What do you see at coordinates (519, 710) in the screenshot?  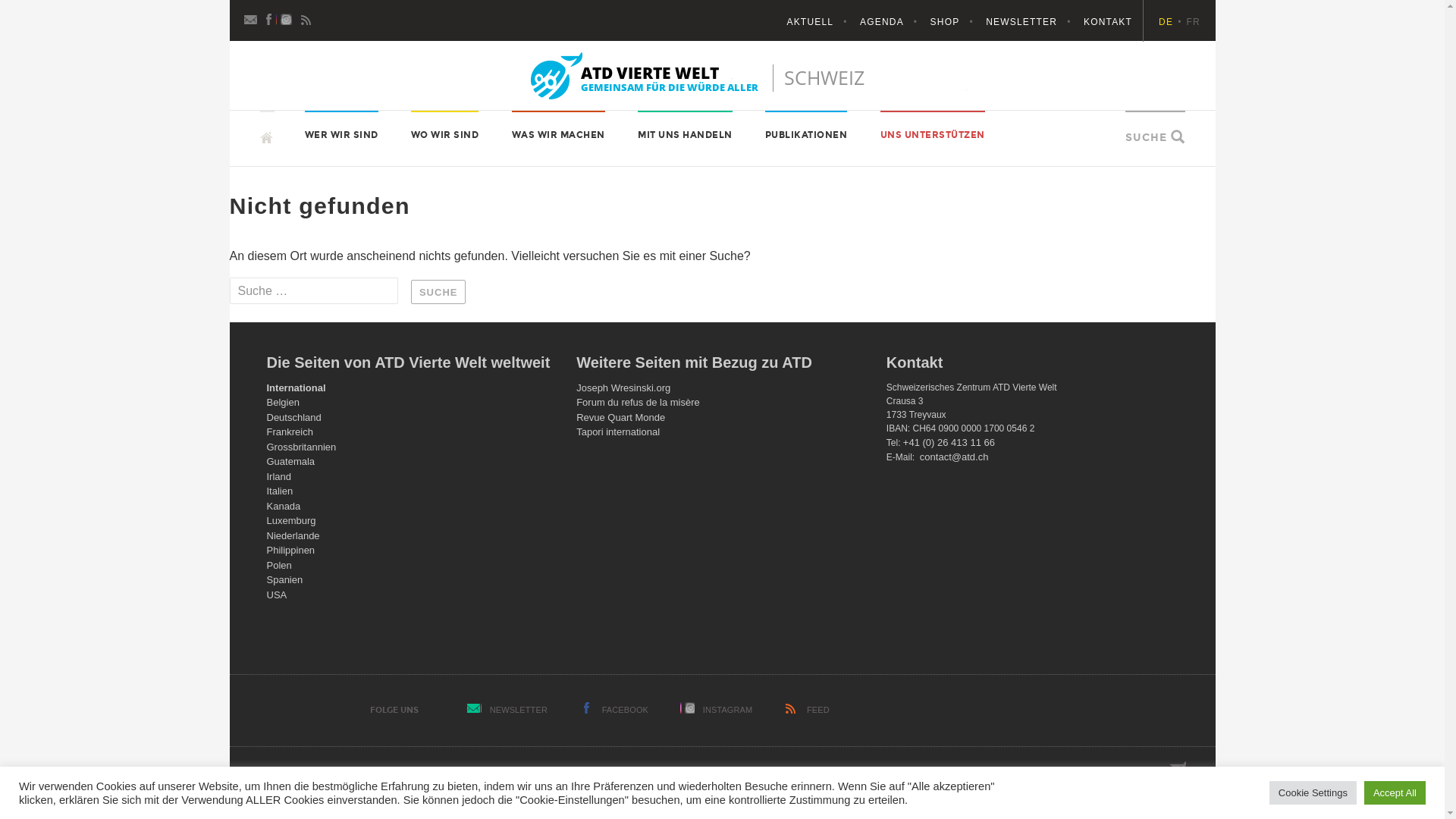 I see `'NEWSLETTER'` at bounding box center [519, 710].